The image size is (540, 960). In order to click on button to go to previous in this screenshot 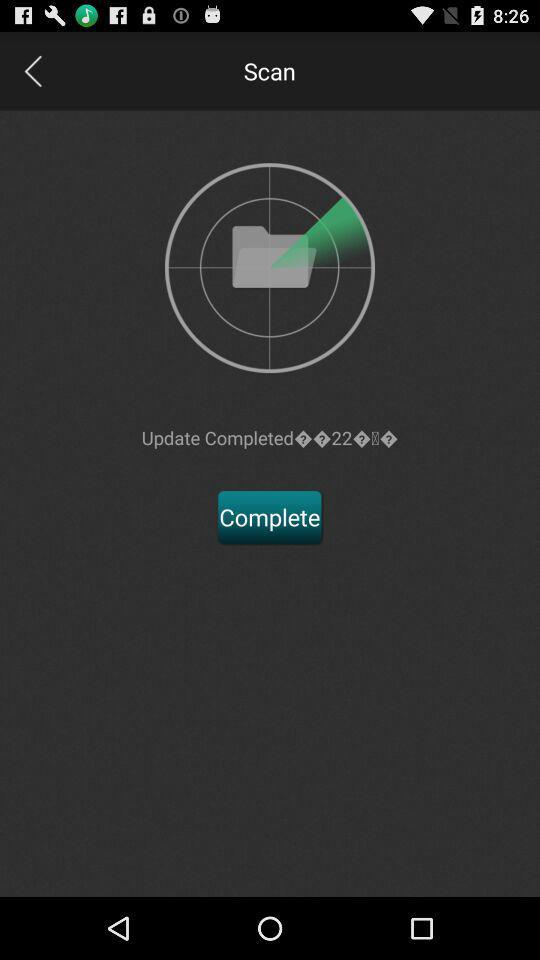, I will do `click(31, 70)`.